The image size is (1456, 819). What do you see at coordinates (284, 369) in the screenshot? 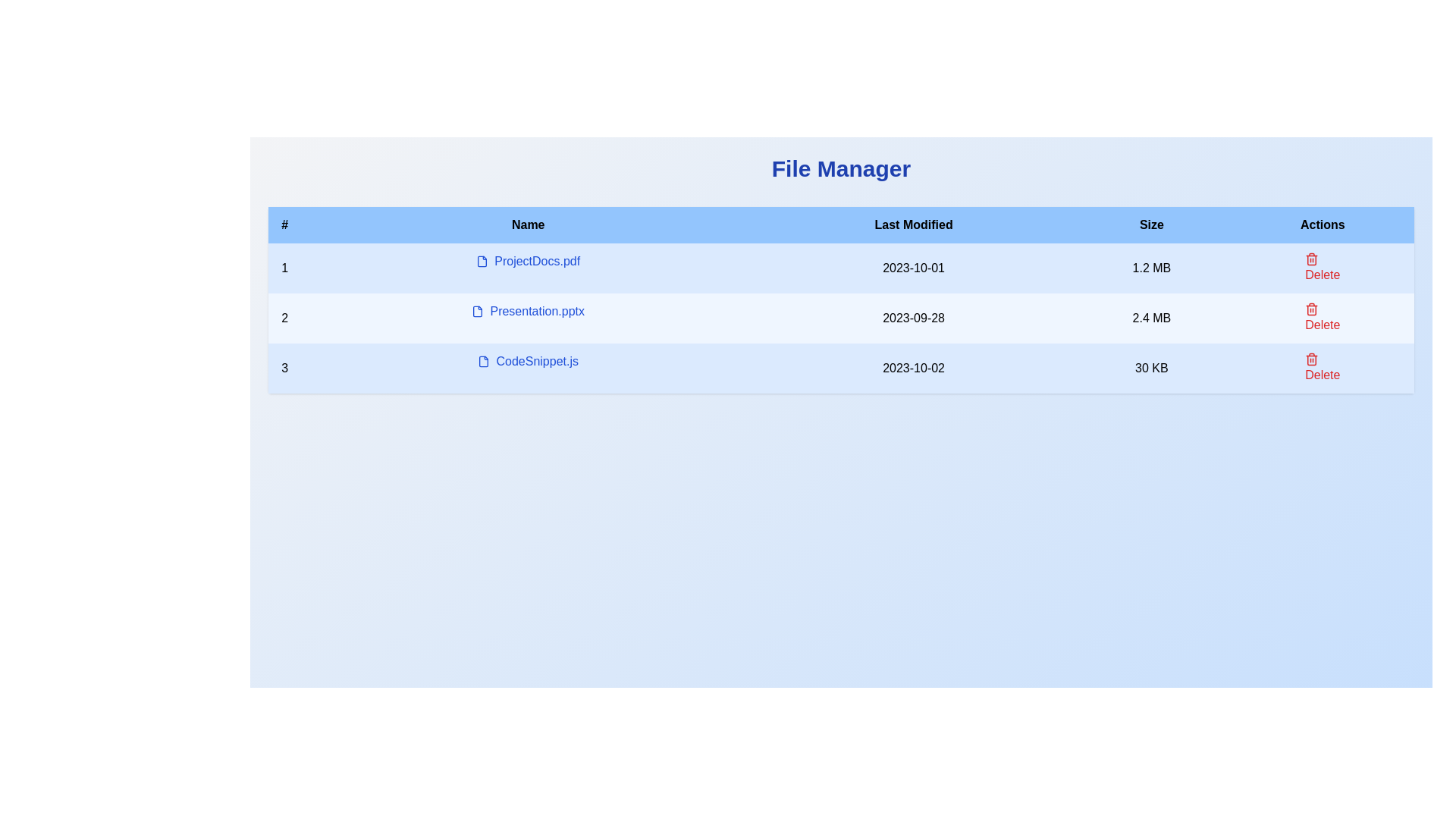
I see `numeral '3' displayed in the static text label, which is the leftmost cell in the third row of a table layout, representing an index in a file information table` at bounding box center [284, 369].